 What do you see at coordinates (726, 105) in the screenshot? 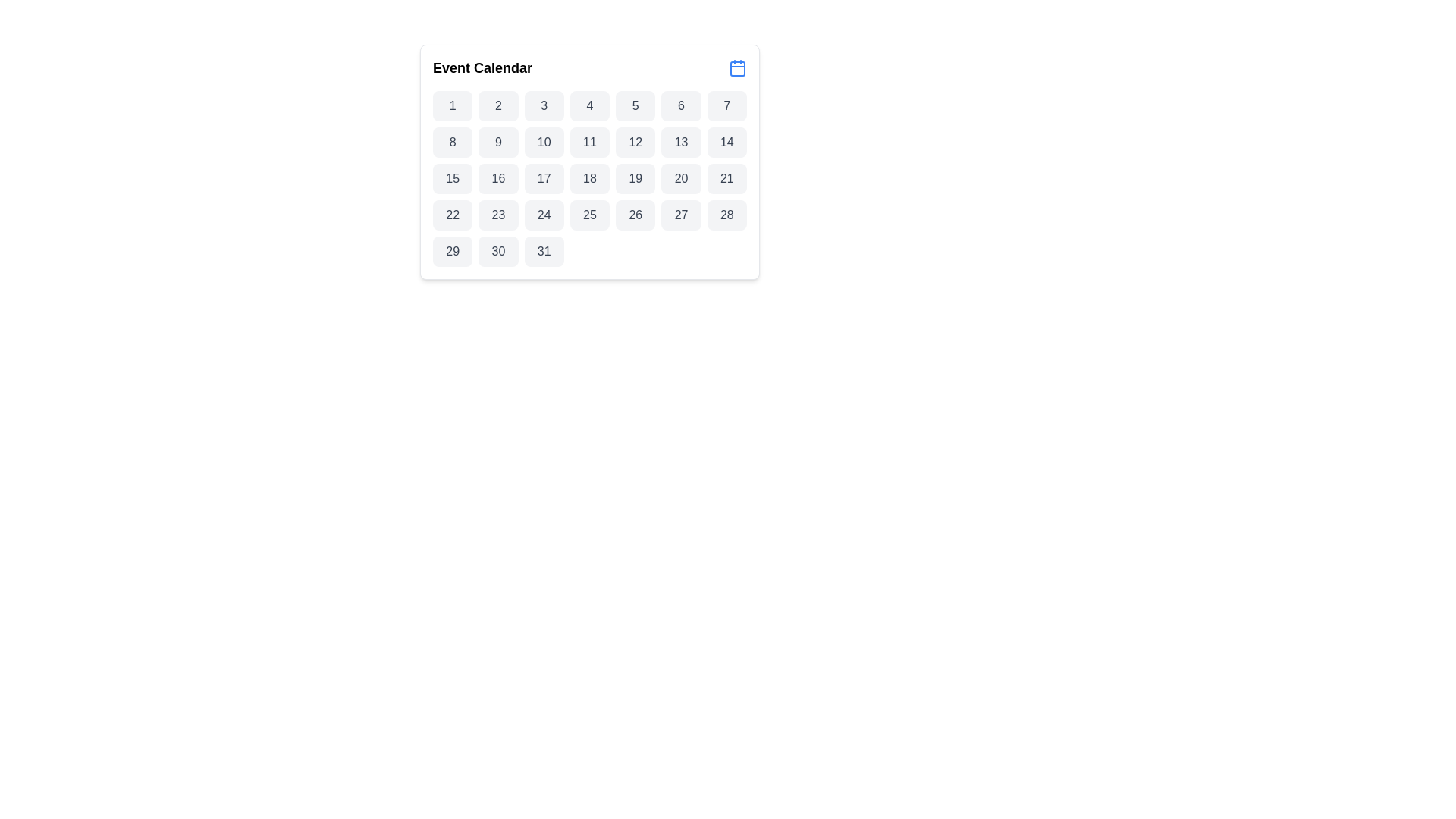
I see `the button labeled '7', which is a rectangular button with rounded corners` at bounding box center [726, 105].